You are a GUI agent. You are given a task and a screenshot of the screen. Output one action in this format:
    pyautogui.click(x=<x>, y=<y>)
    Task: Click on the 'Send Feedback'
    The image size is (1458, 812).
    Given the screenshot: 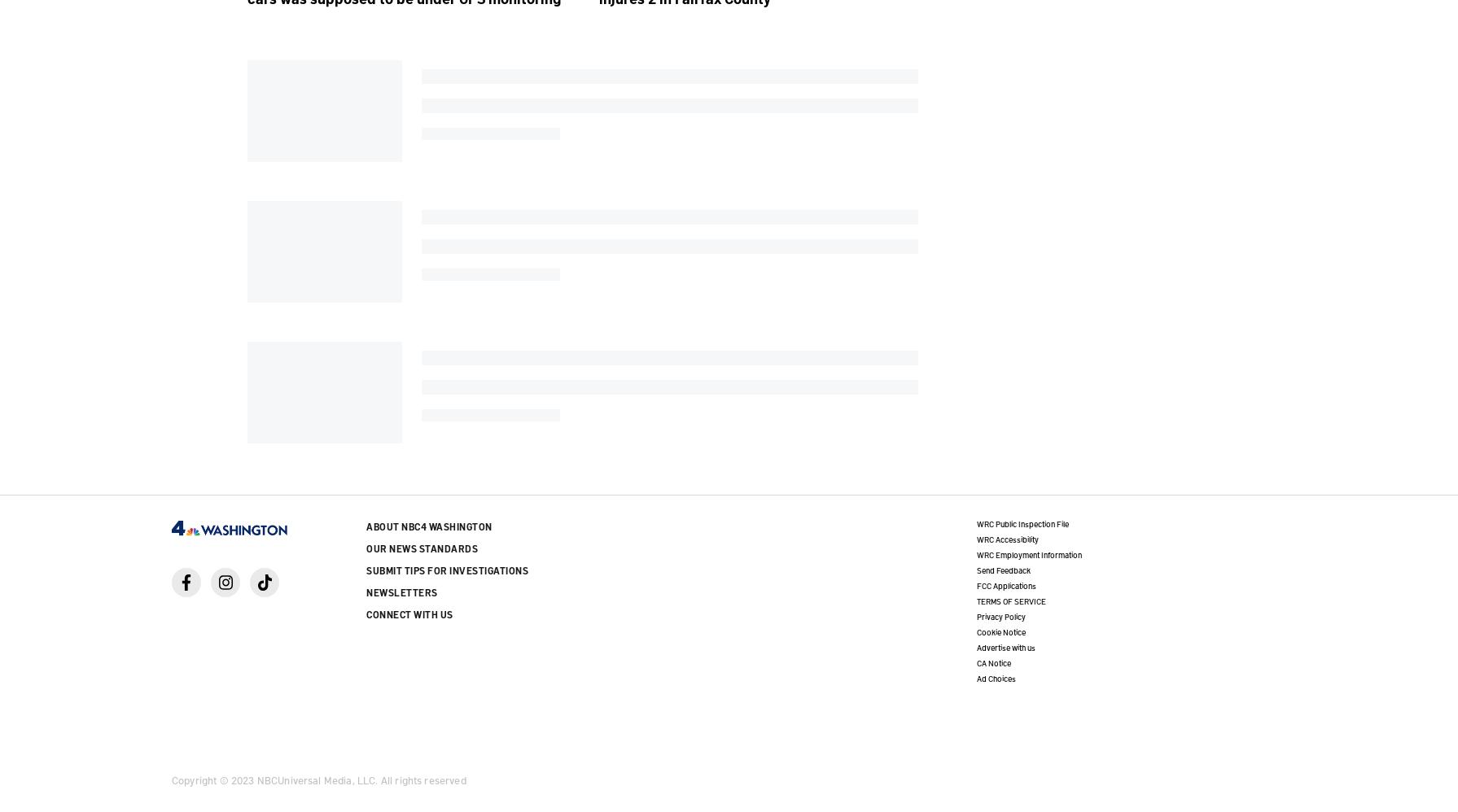 What is the action you would take?
    pyautogui.click(x=1002, y=569)
    